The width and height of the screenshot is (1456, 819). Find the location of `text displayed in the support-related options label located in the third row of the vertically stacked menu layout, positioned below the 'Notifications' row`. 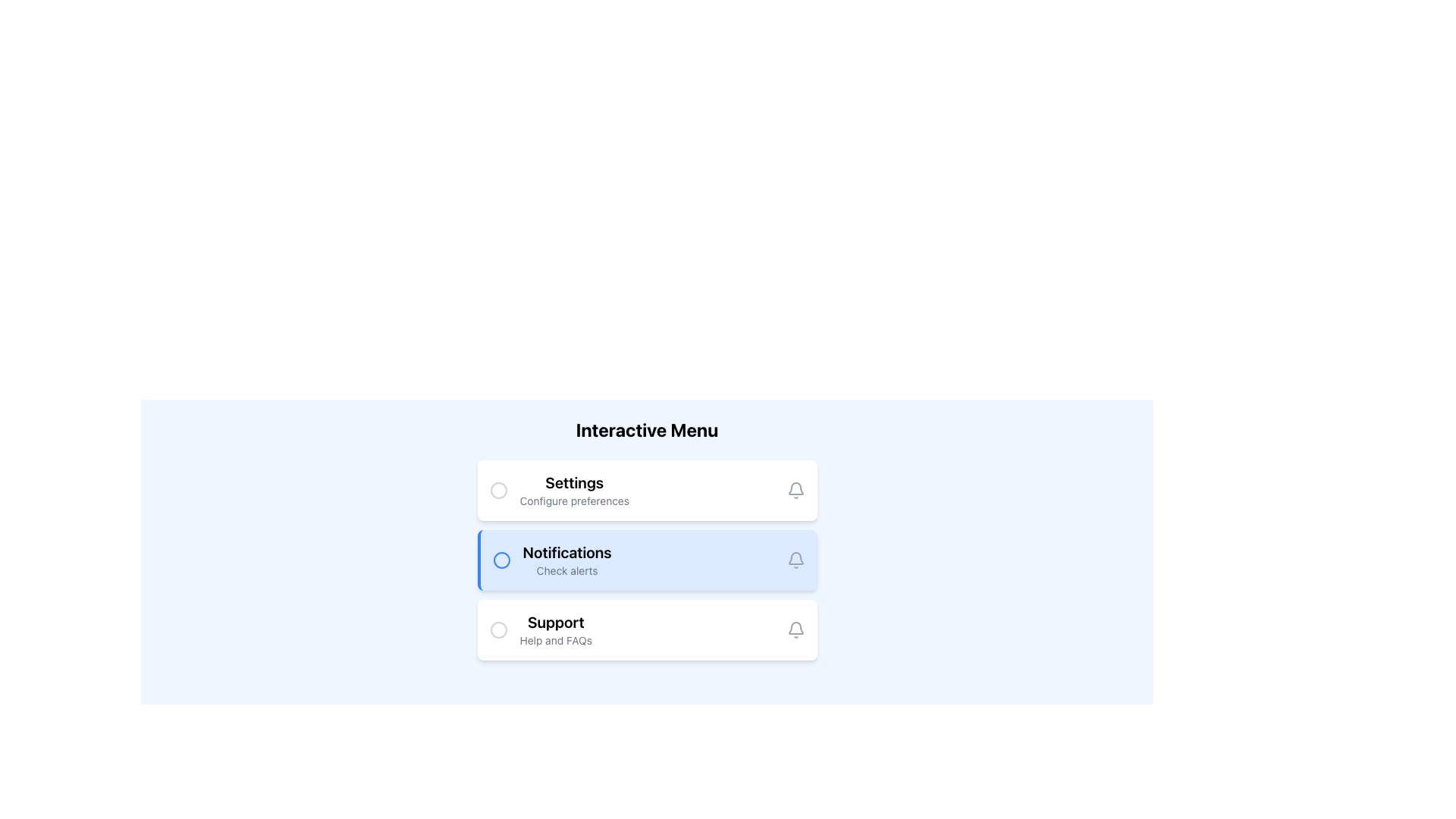

text displayed in the support-related options label located in the third row of the vertically stacked menu layout, positioned below the 'Notifications' row is located at coordinates (541, 629).